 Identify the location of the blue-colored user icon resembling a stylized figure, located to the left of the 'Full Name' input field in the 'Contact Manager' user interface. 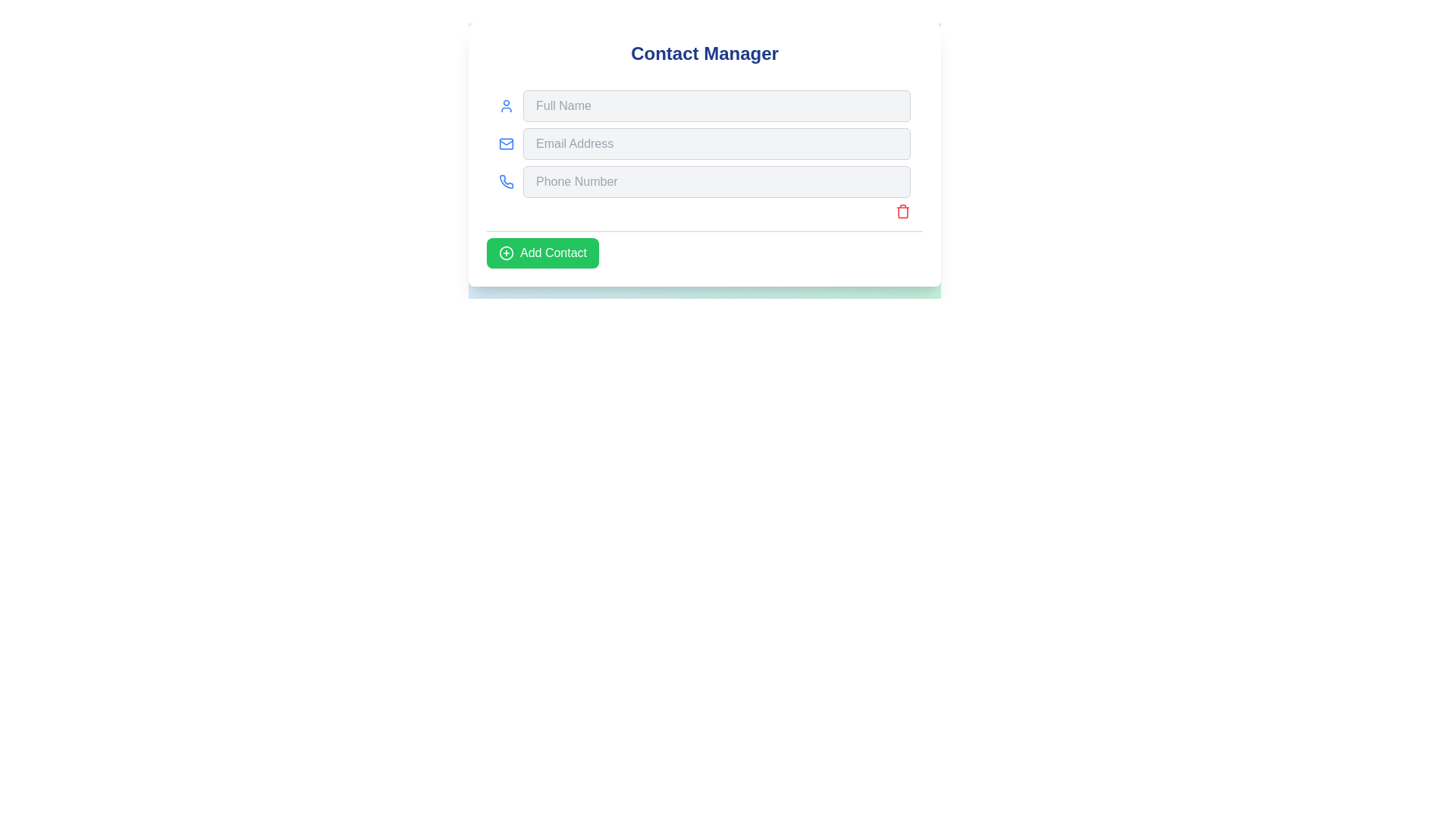
(506, 105).